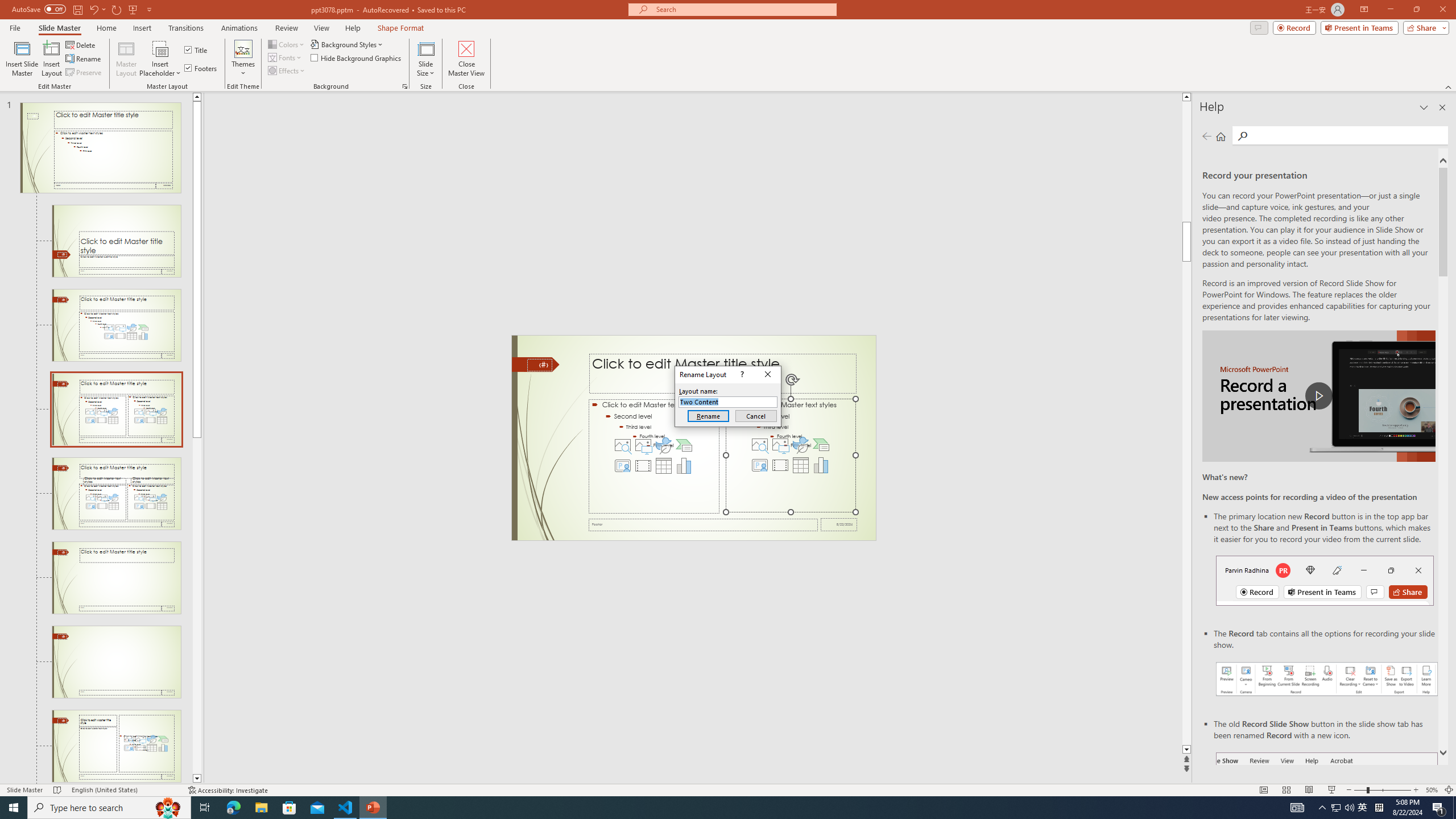 The image size is (1456, 819). What do you see at coordinates (466, 59) in the screenshot?
I see `'Close Master View'` at bounding box center [466, 59].